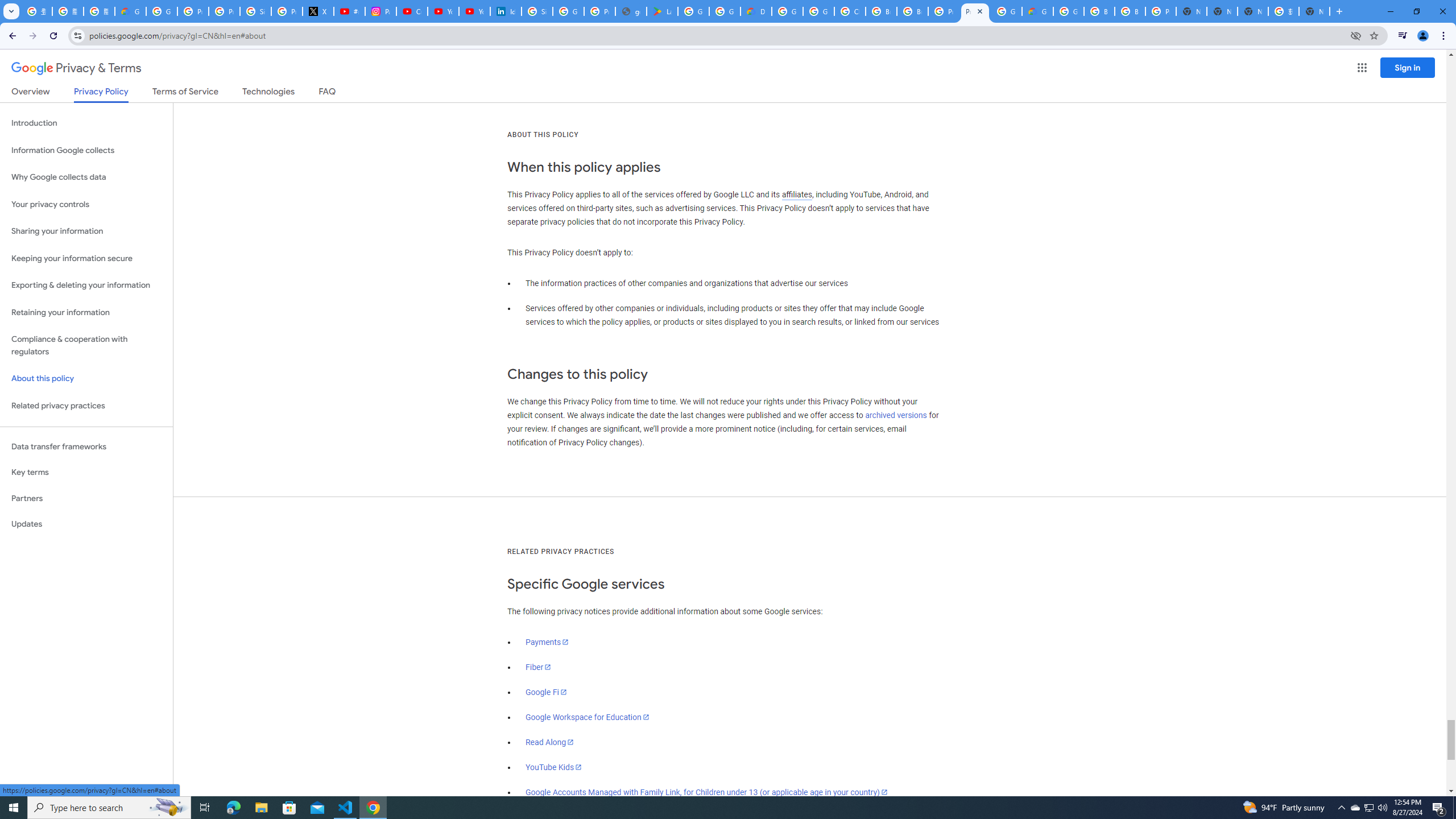  What do you see at coordinates (724, 11) in the screenshot?
I see `'Google Workspace - Specific Terms'` at bounding box center [724, 11].